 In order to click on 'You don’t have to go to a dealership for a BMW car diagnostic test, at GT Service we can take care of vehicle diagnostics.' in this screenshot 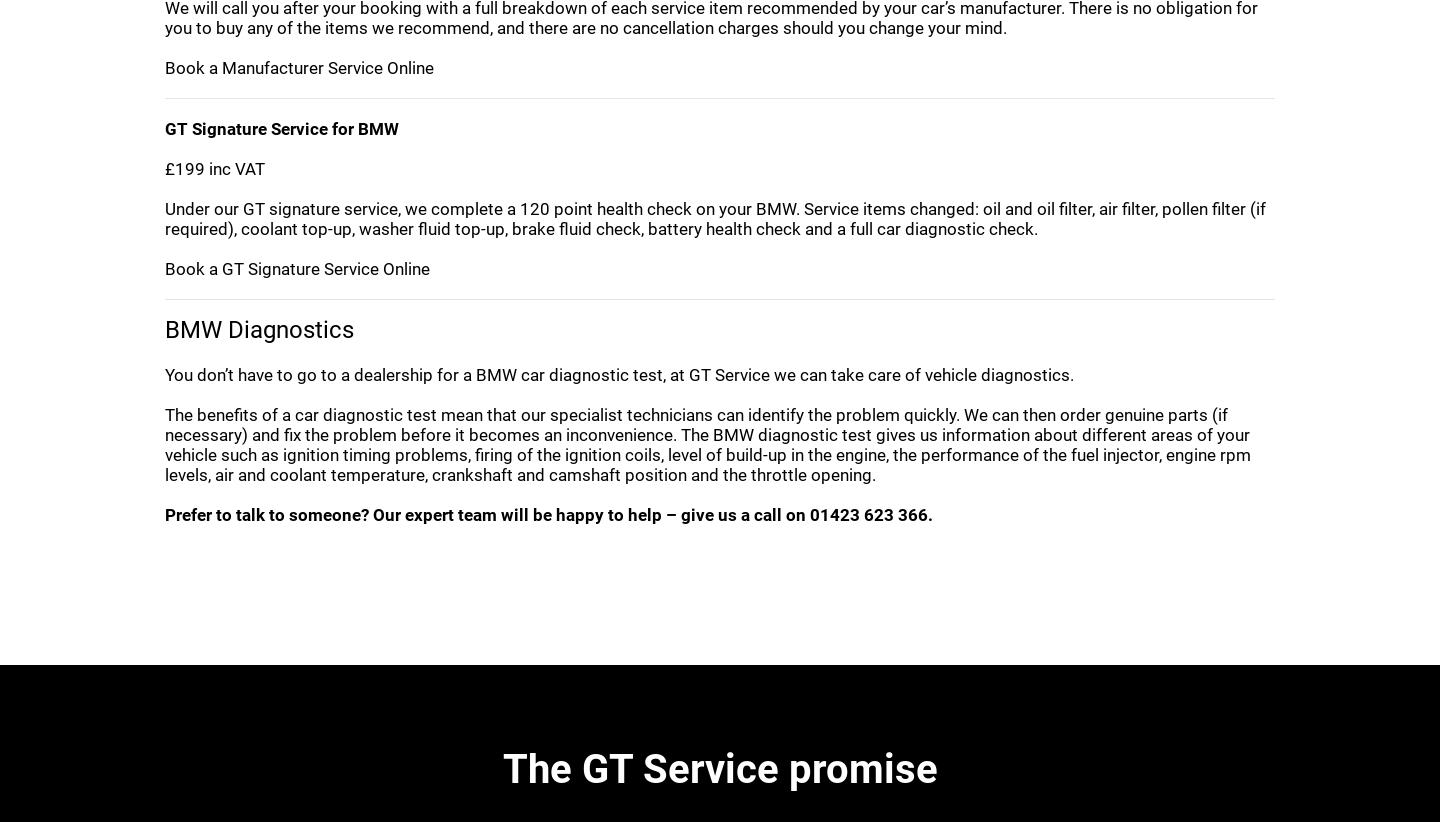, I will do `click(164, 374)`.